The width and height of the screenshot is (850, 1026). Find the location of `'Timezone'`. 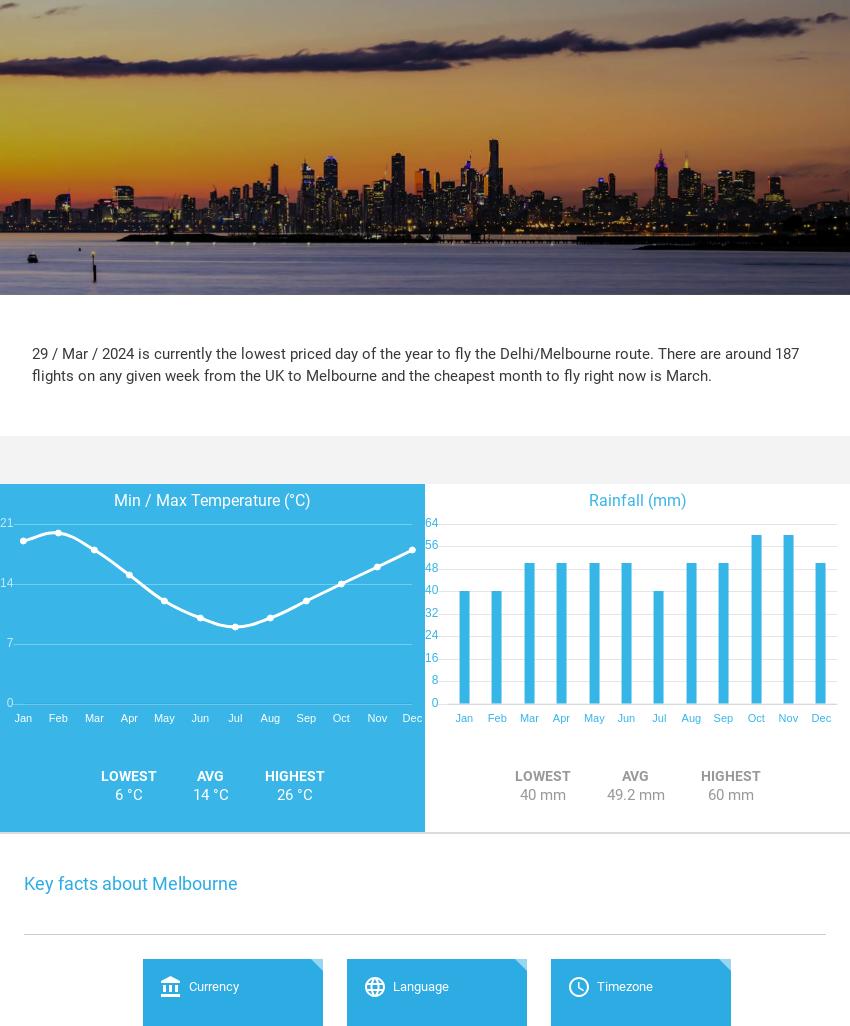

'Timezone' is located at coordinates (624, 984).